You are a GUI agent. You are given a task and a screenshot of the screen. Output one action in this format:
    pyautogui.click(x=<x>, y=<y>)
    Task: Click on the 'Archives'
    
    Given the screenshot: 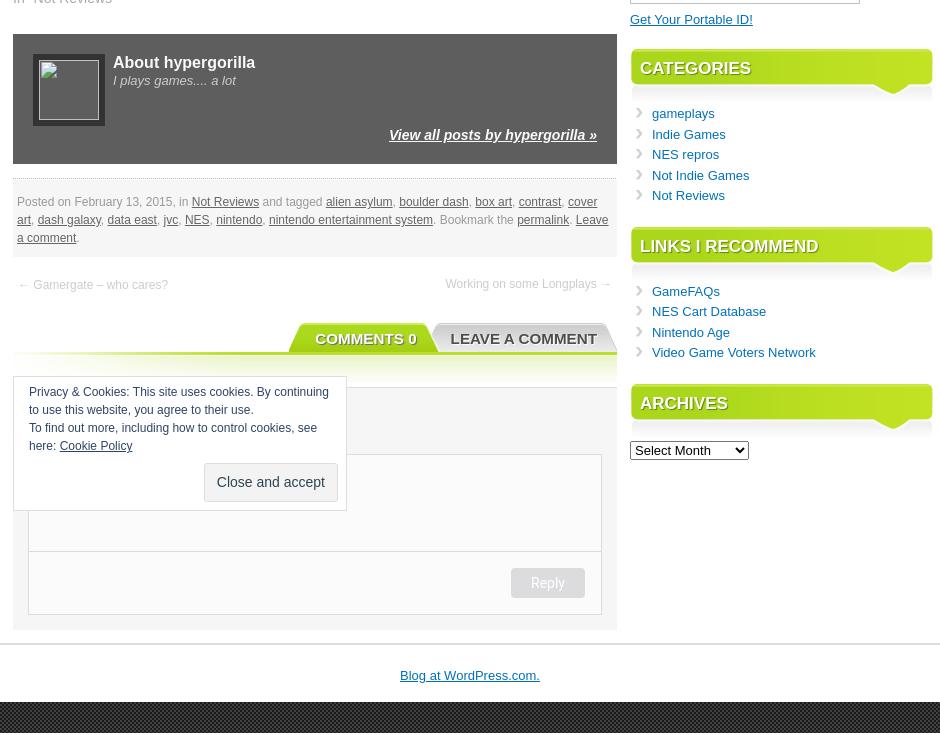 What is the action you would take?
    pyautogui.click(x=682, y=402)
    